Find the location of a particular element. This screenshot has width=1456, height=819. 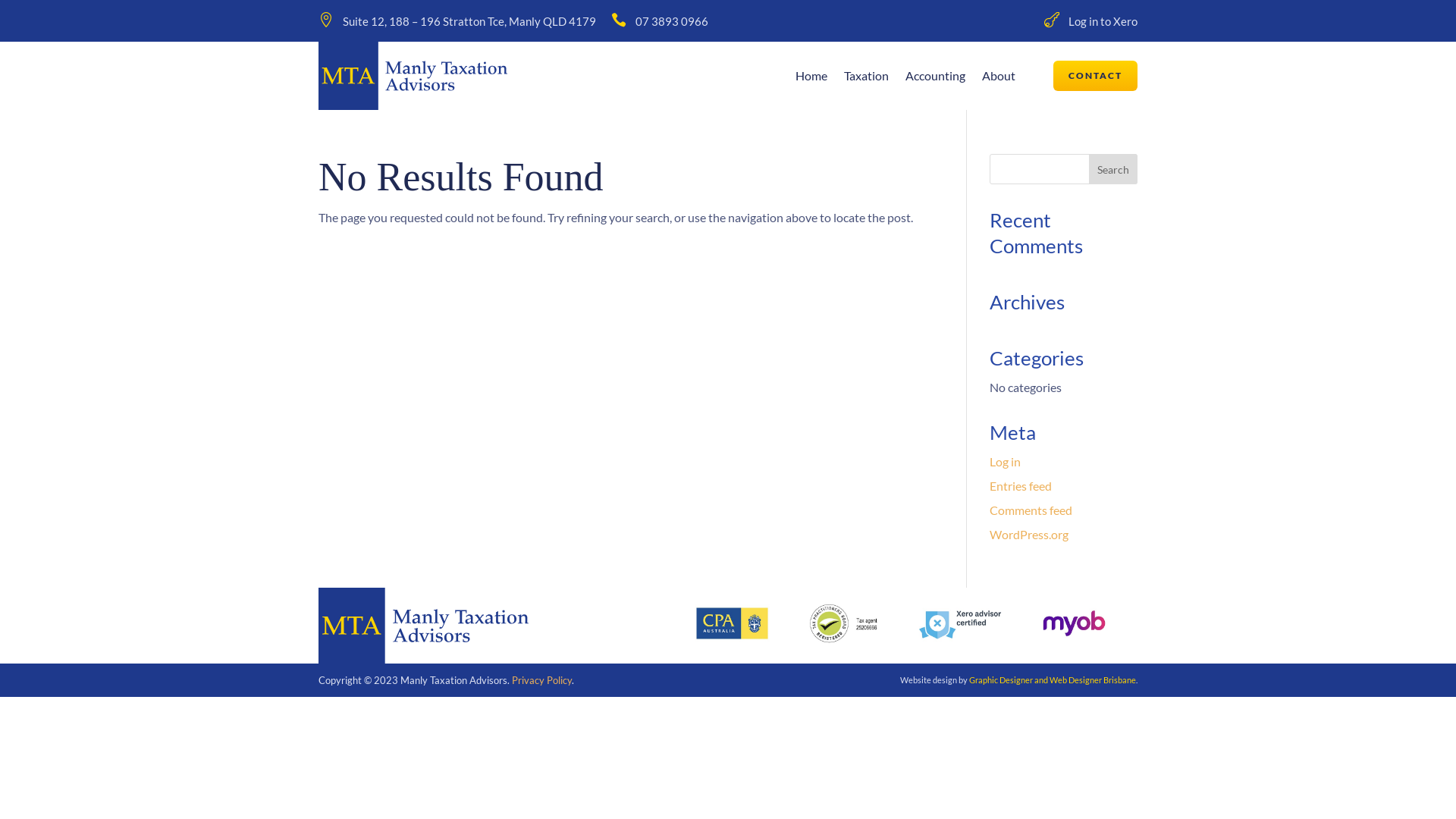

'Taxation' is located at coordinates (866, 79).